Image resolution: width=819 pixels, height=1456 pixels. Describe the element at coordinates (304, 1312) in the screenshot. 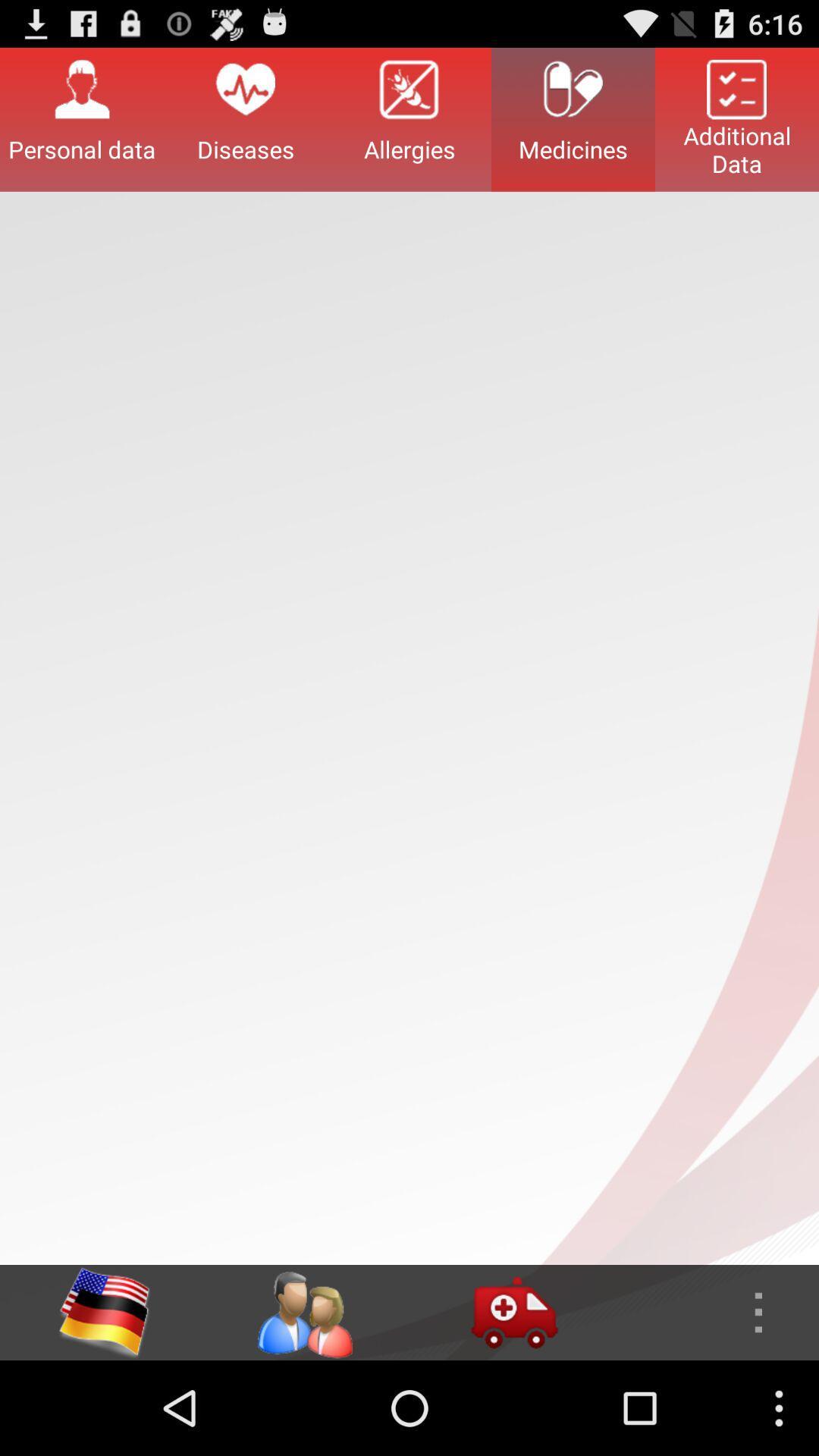

I see `the item below the diseases` at that location.